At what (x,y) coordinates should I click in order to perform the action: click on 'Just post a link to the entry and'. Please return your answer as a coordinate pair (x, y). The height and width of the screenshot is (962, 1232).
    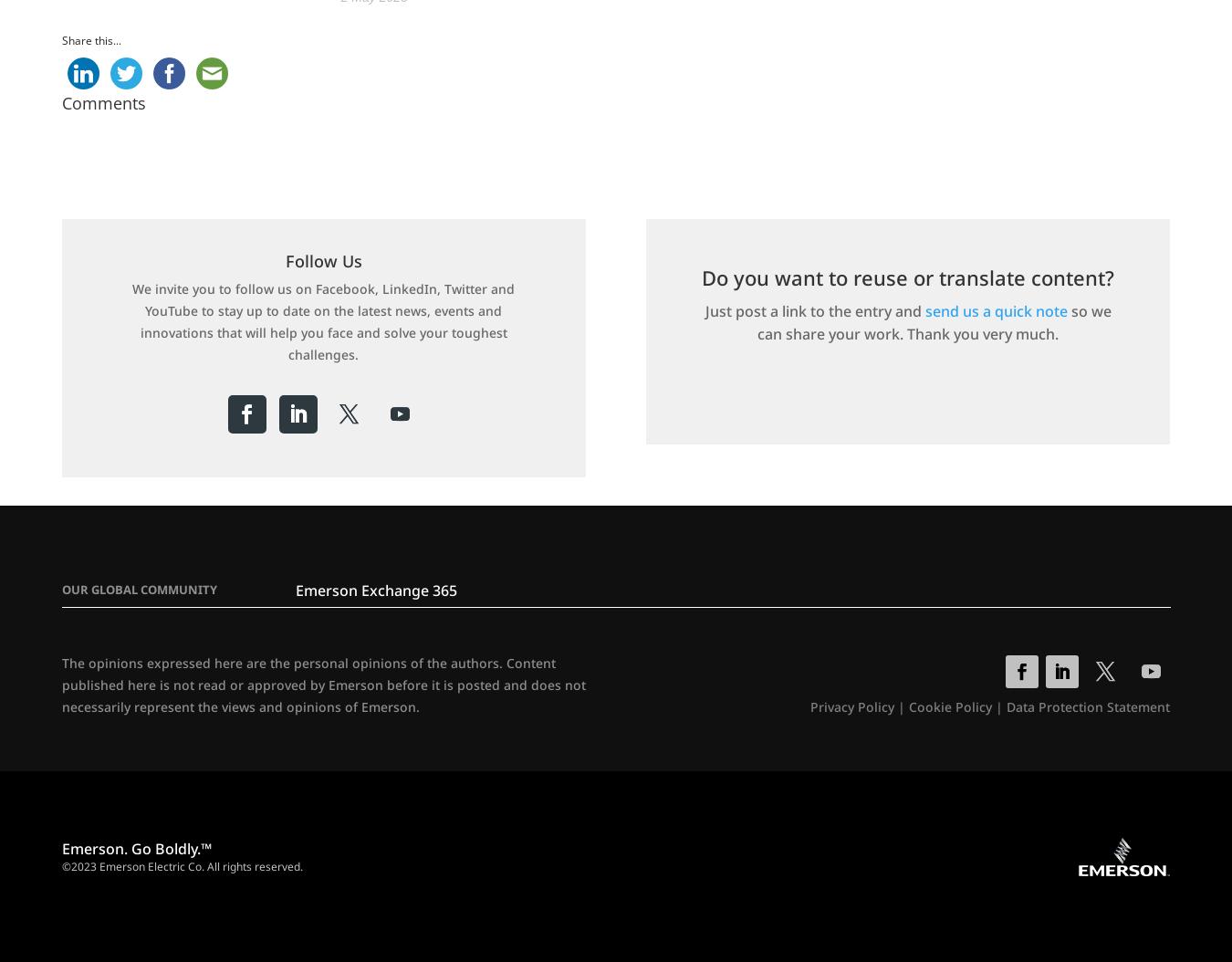
    Looking at the image, I should click on (814, 310).